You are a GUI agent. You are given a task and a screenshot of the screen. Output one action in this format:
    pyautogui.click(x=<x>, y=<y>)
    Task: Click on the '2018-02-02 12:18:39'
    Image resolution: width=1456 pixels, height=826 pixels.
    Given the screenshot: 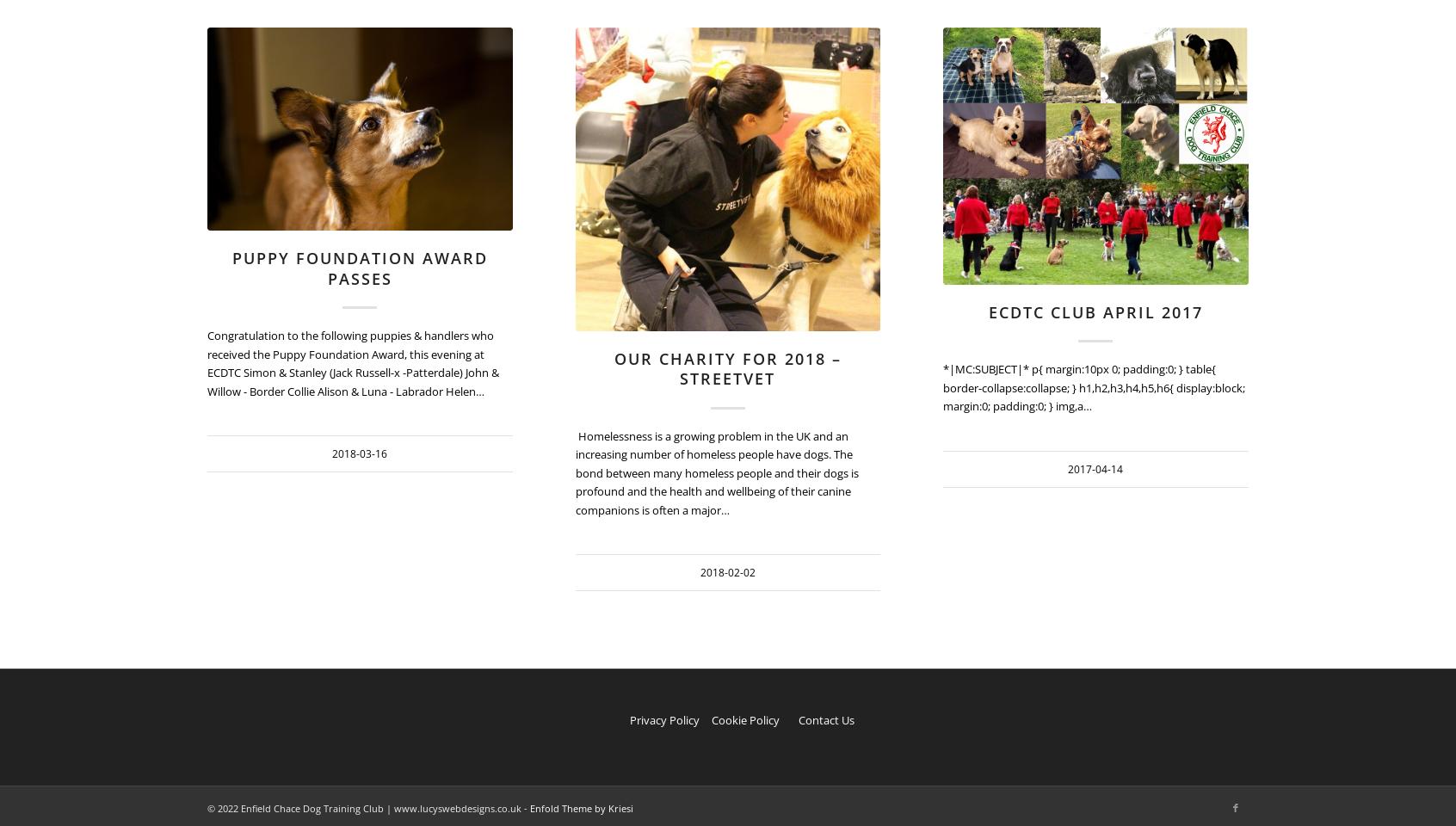 What is the action you would take?
    pyautogui.click(x=969, y=136)
    